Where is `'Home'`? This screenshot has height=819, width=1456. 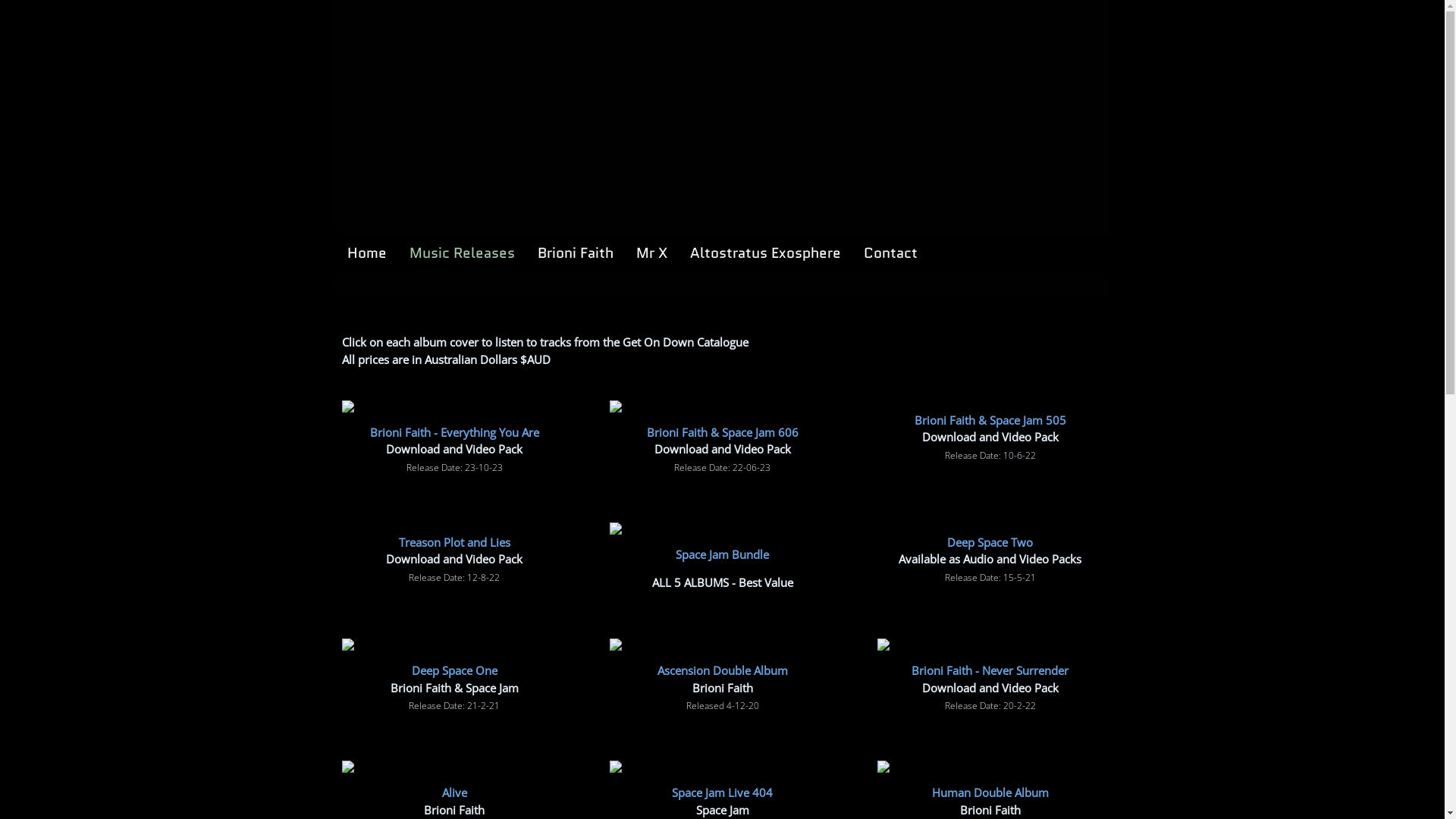
'Home' is located at coordinates (366, 253).